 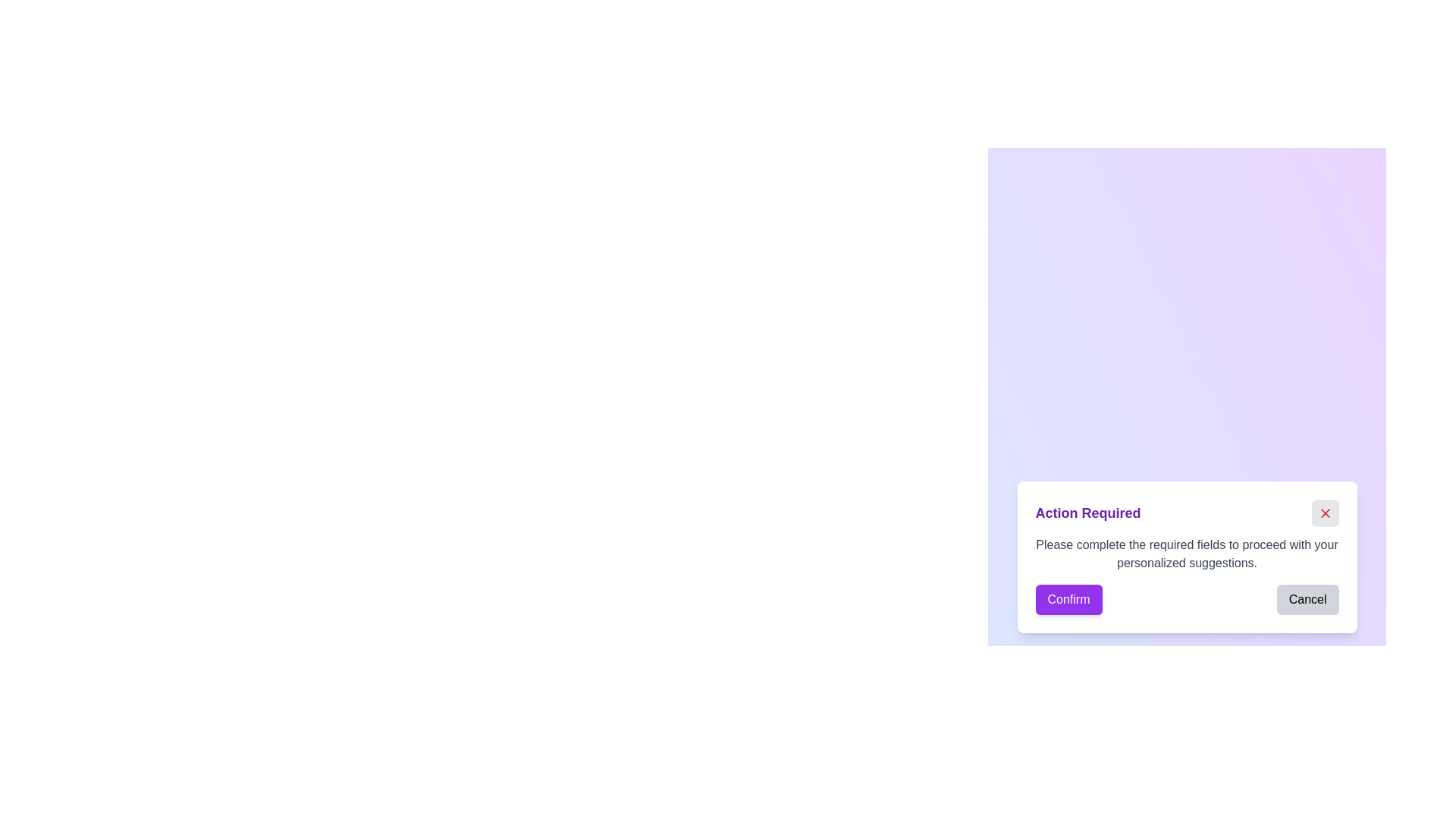 I want to click on the close button located in the top-right corner of the modal dialog, so click(x=1324, y=513).